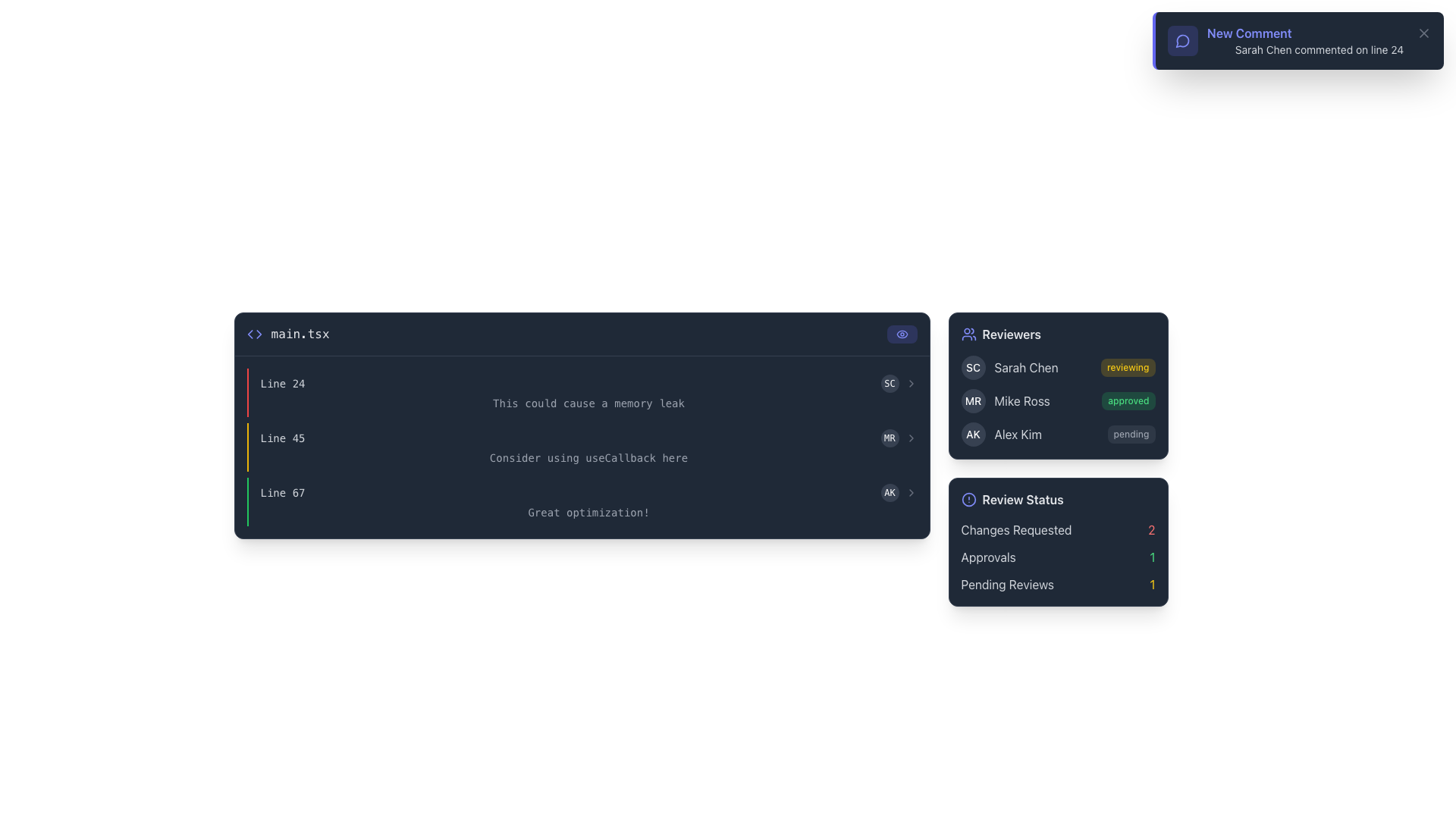 Image resolution: width=1456 pixels, height=819 pixels. I want to click on the static text label displaying 'Pending Reviews' located at the bottom section of the 'Review Status' card, so click(1007, 584).